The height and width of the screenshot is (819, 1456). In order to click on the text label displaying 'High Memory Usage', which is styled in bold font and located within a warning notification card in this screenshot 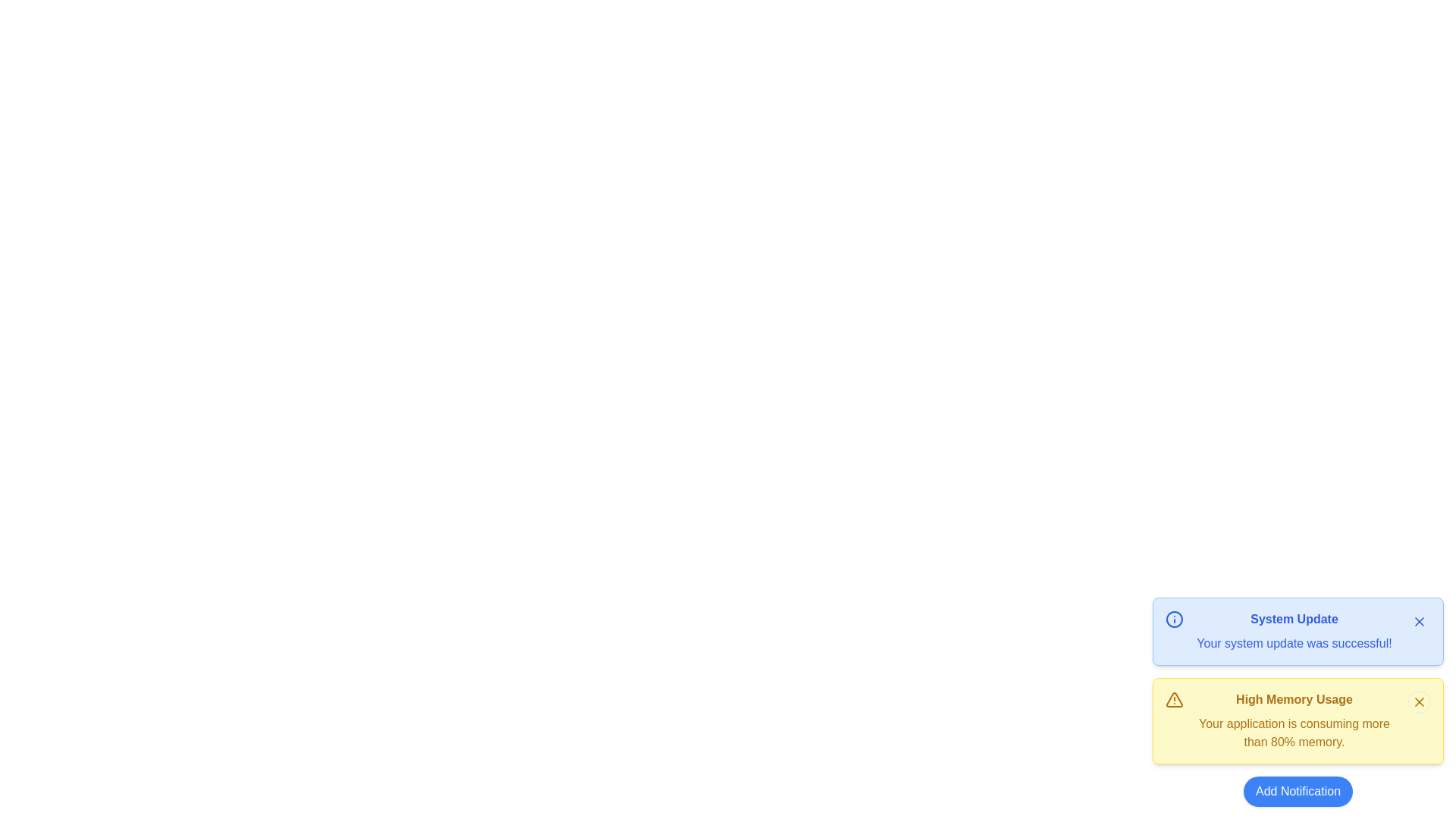, I will do `click(1294, 699)`.